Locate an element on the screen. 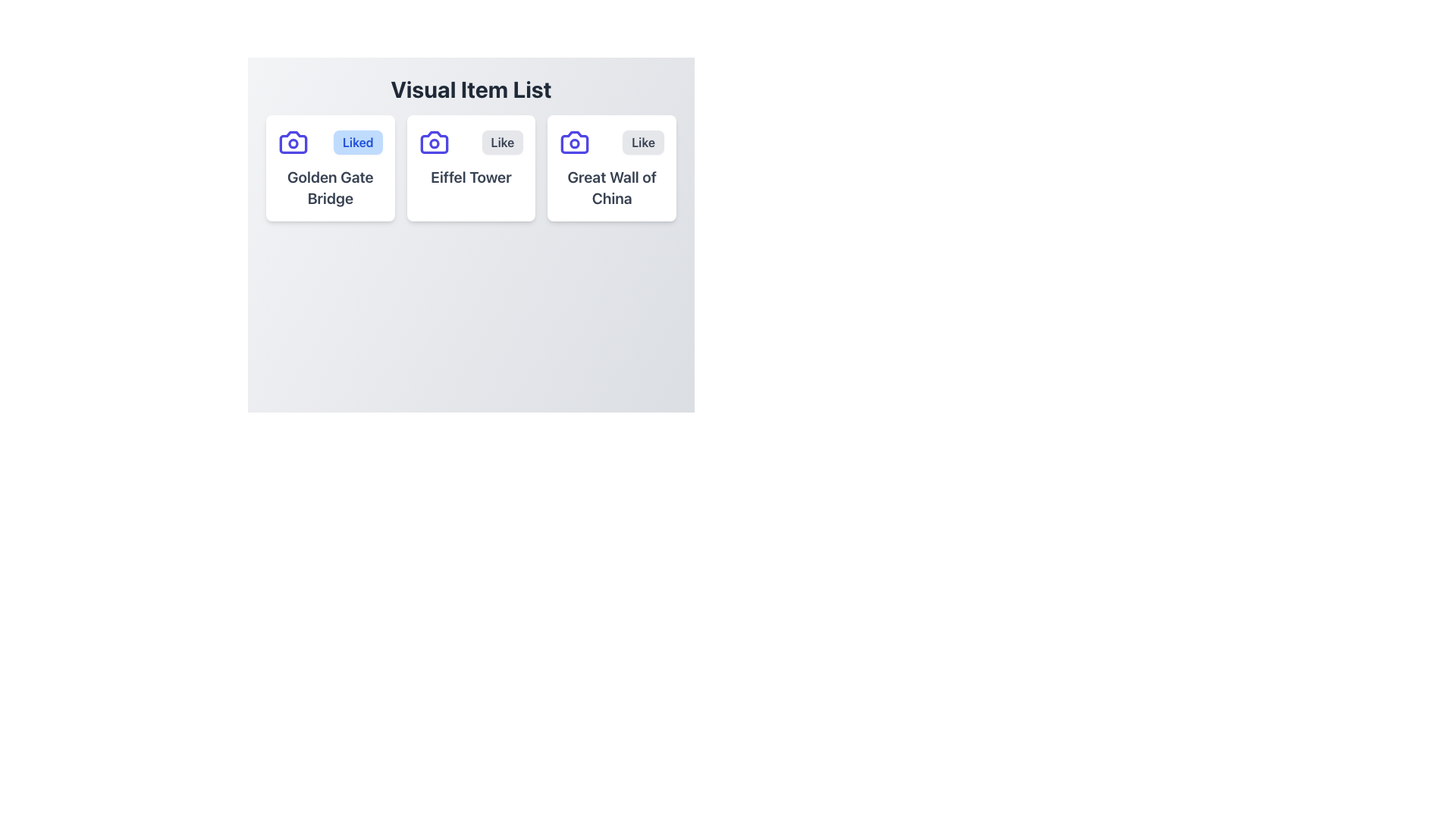  the like button for the 'Eiffel Tower' item, which is located in the second column of a horizontal triplet group under the camera icon is located at coordinates (502, 143).